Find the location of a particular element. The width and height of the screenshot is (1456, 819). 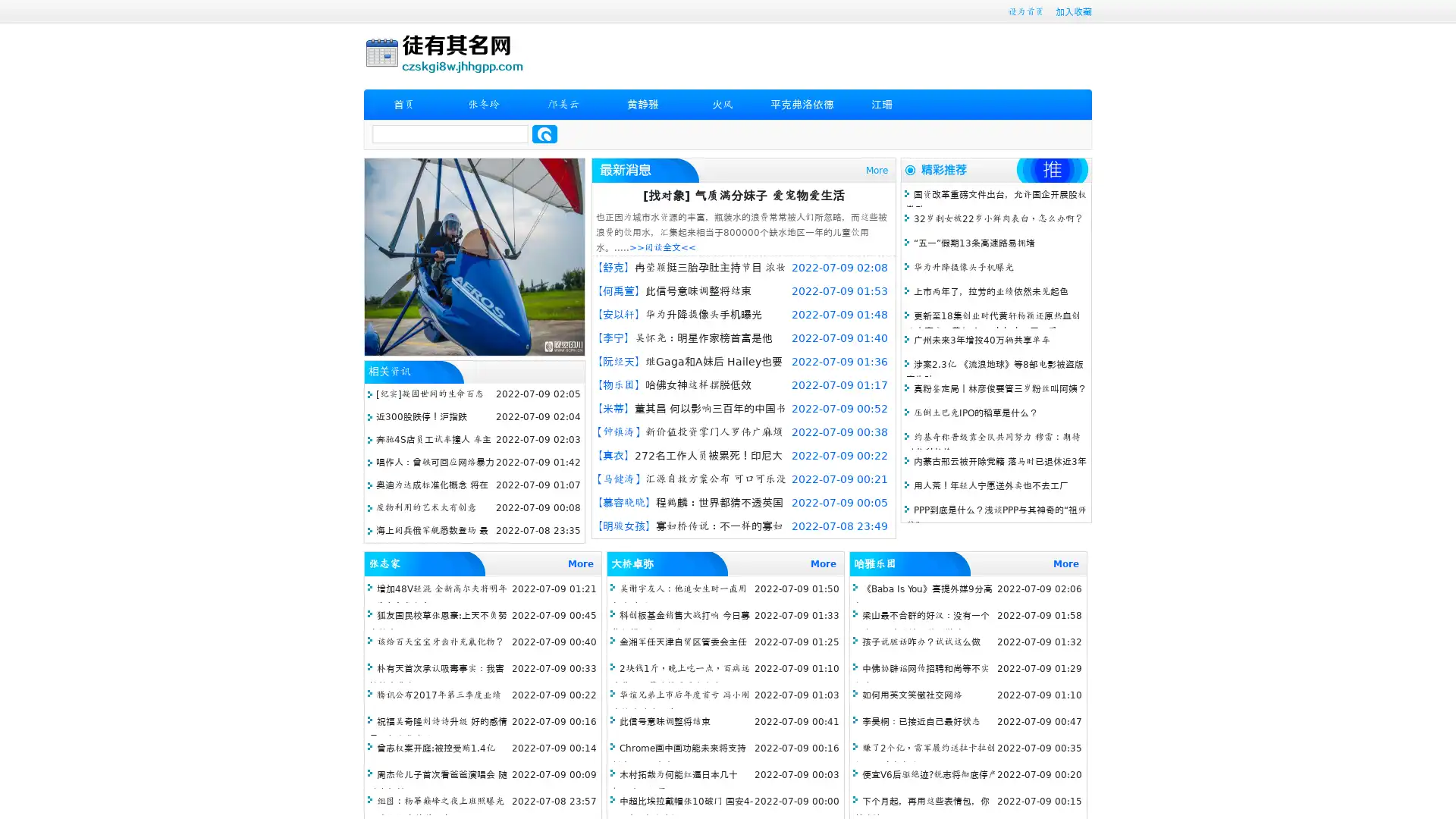

Search is located at coordinates (544, 133).